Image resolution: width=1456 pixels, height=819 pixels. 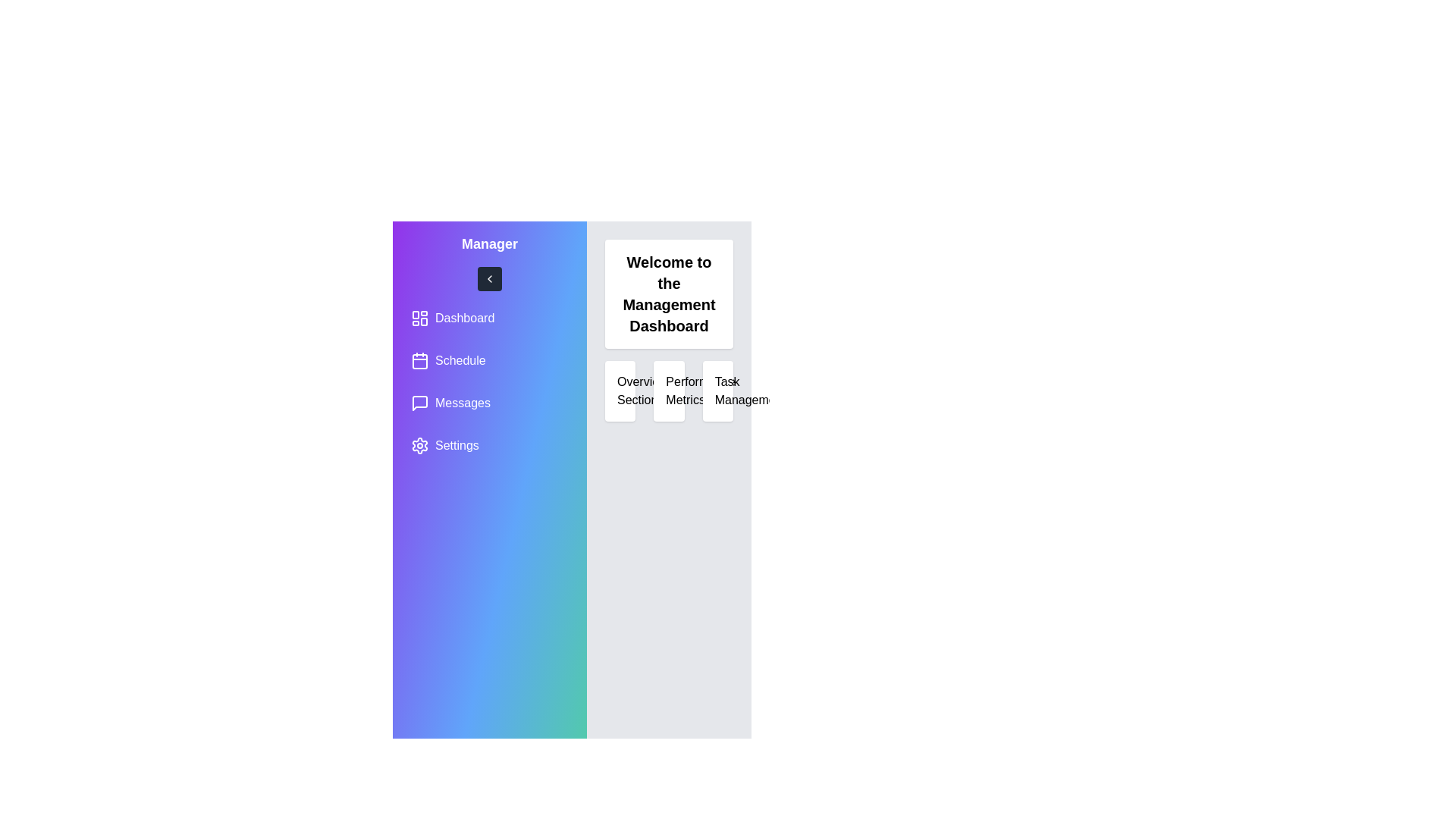 I want to click on the 'Performance Metrics' informational card, which is the second card in a horizontal sequence of three within the dashboard interface, so click(x=668, y=391).